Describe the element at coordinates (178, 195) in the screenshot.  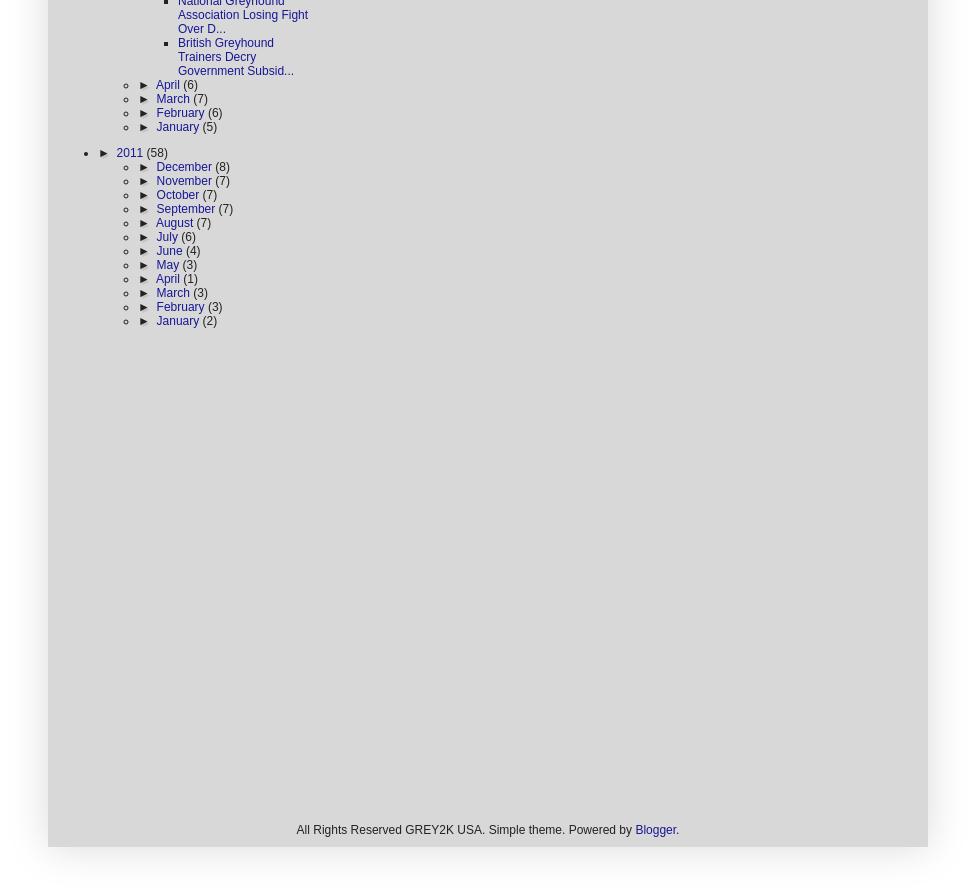
I see `'October'` at that location.